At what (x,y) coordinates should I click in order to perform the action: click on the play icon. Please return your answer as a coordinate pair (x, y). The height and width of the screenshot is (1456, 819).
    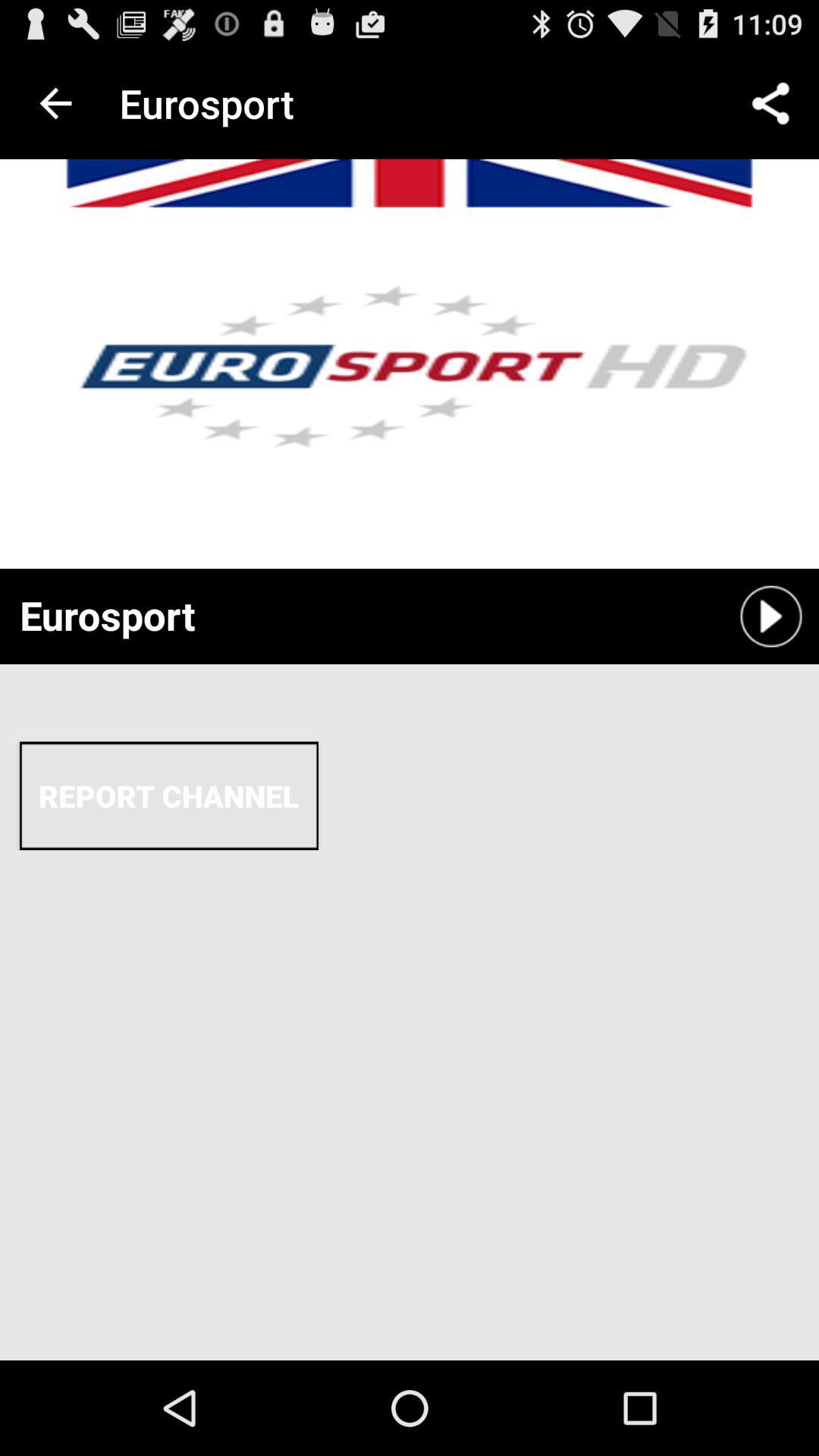
    Looking at the image, I should click on (771, 660).